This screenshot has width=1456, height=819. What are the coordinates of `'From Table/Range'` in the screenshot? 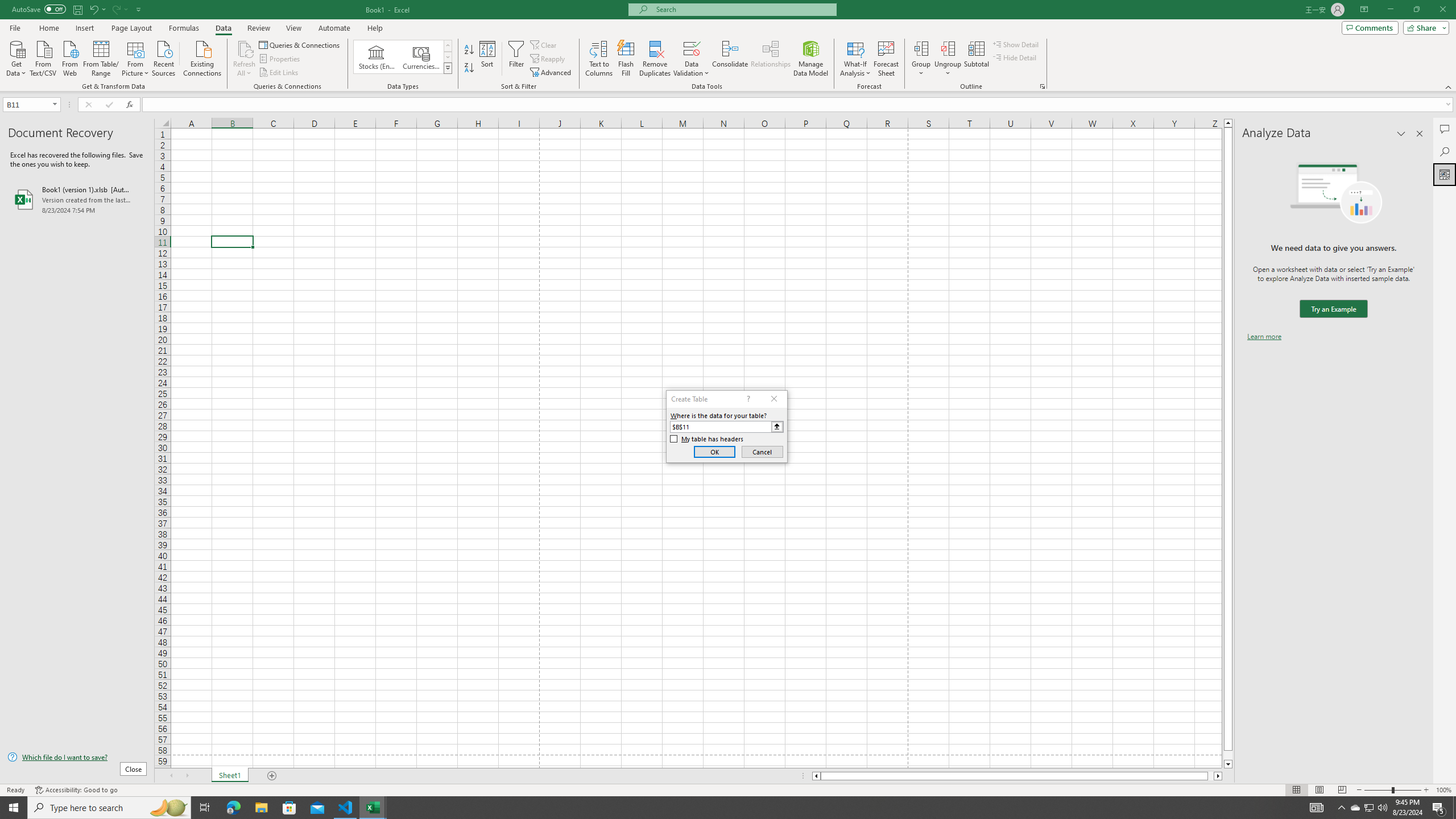 It's located at (100, 57).